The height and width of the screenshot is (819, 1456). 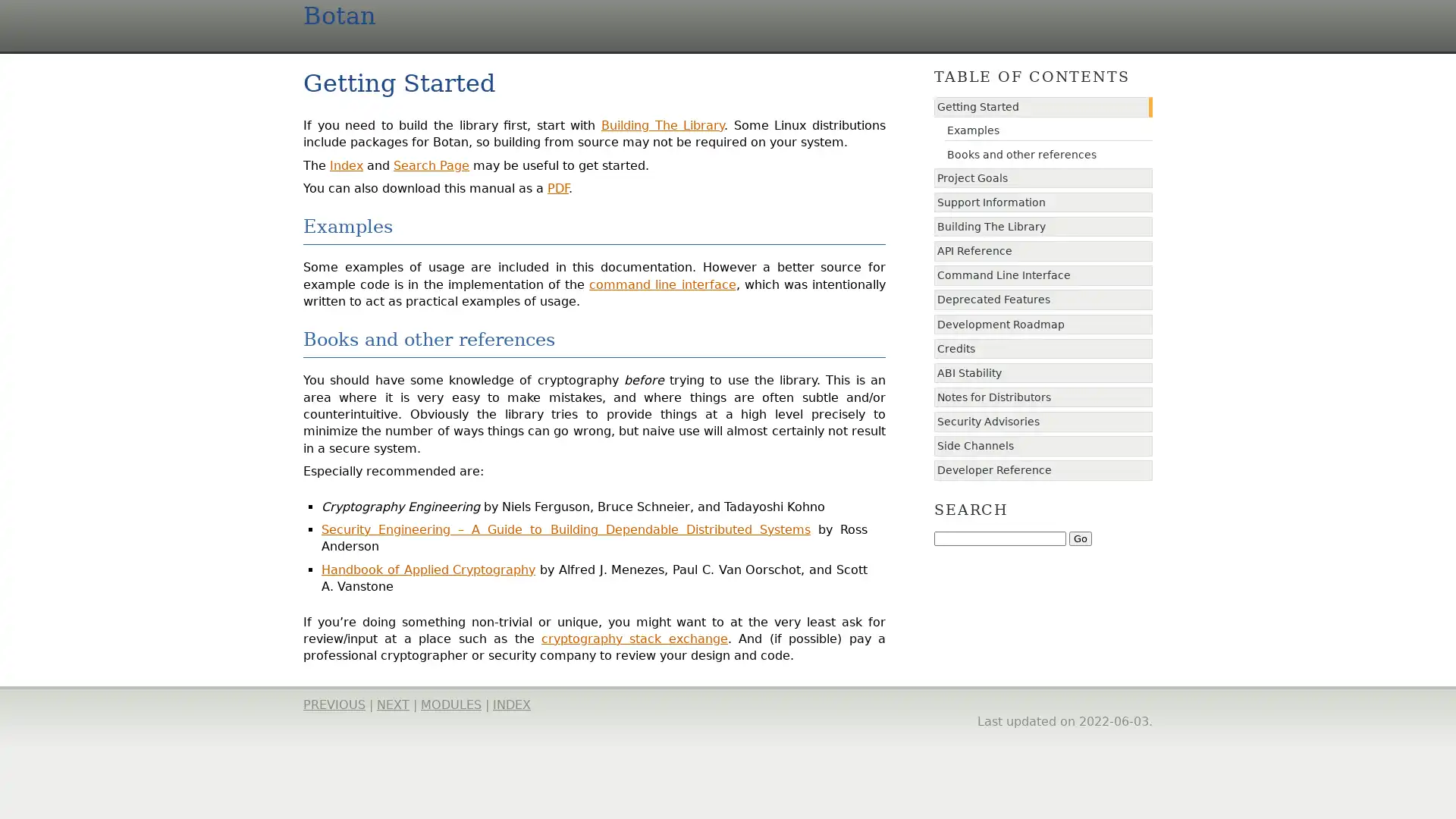 I want to click on Go, so click(x=1080, y=538).